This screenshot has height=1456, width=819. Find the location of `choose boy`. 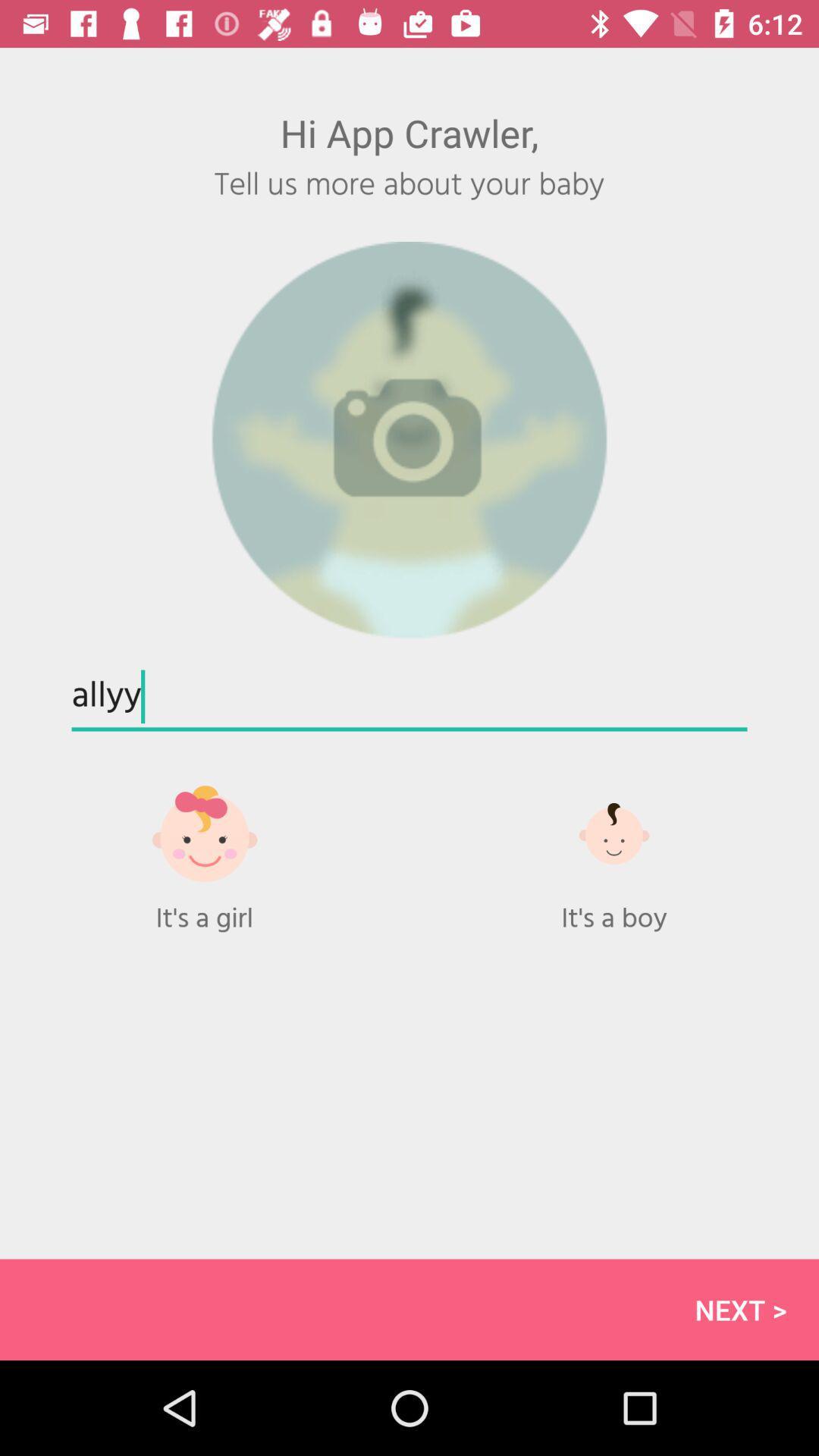

choose boy is located at coordinates (614, 833).